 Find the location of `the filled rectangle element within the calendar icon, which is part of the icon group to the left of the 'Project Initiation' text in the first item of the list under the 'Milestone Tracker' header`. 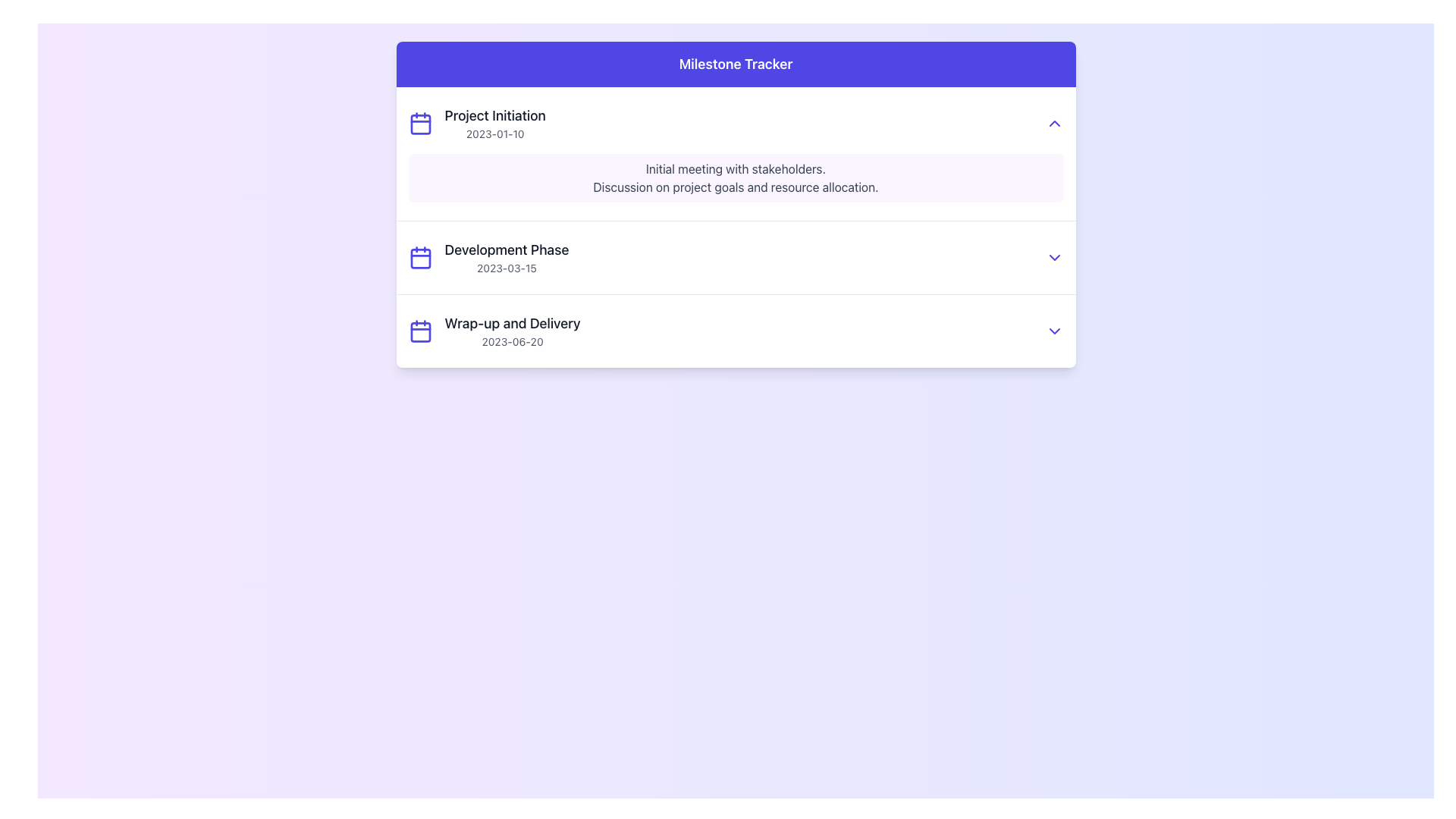

the filled rectangle element within the calendar icon, which is part of the icon group to the left of the 'Project Initiation' text in the first item of the list under the 'Milestone Tracker' header is located at coordinates (420, 124).